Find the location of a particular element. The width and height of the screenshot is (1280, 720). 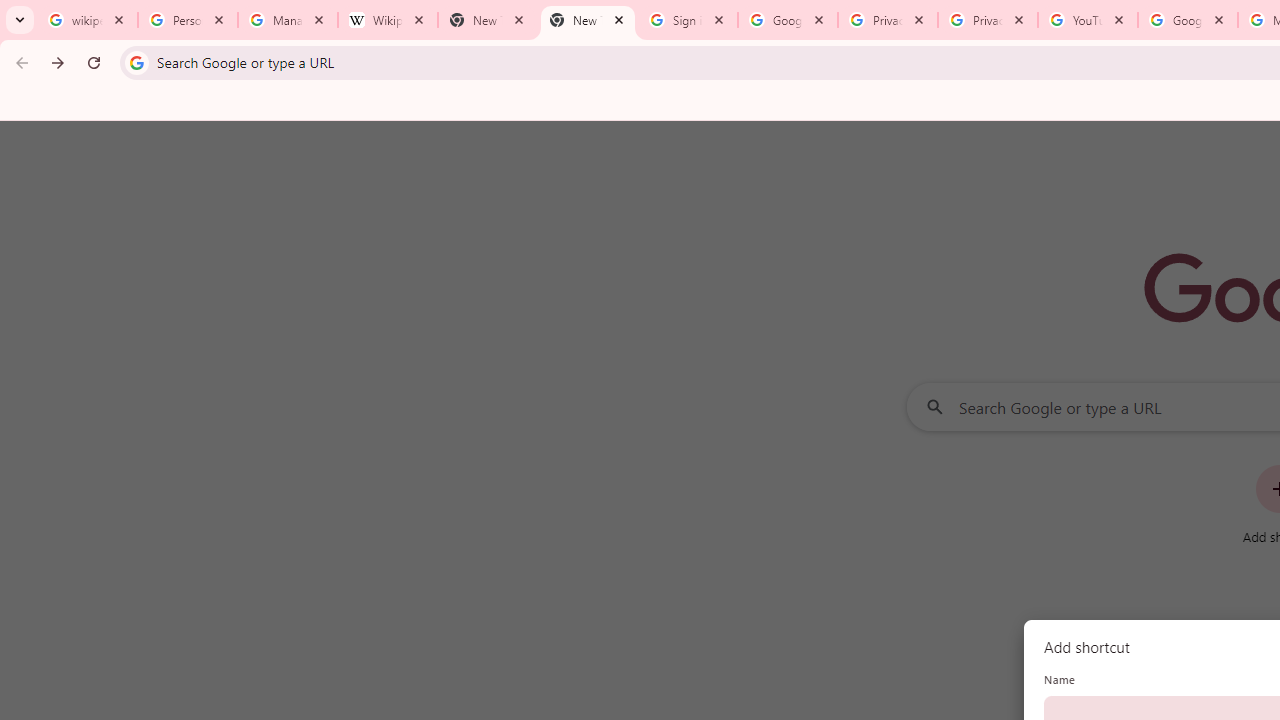

'Manage your Location History - Google Search Help' is located at coordinates (287, 20).